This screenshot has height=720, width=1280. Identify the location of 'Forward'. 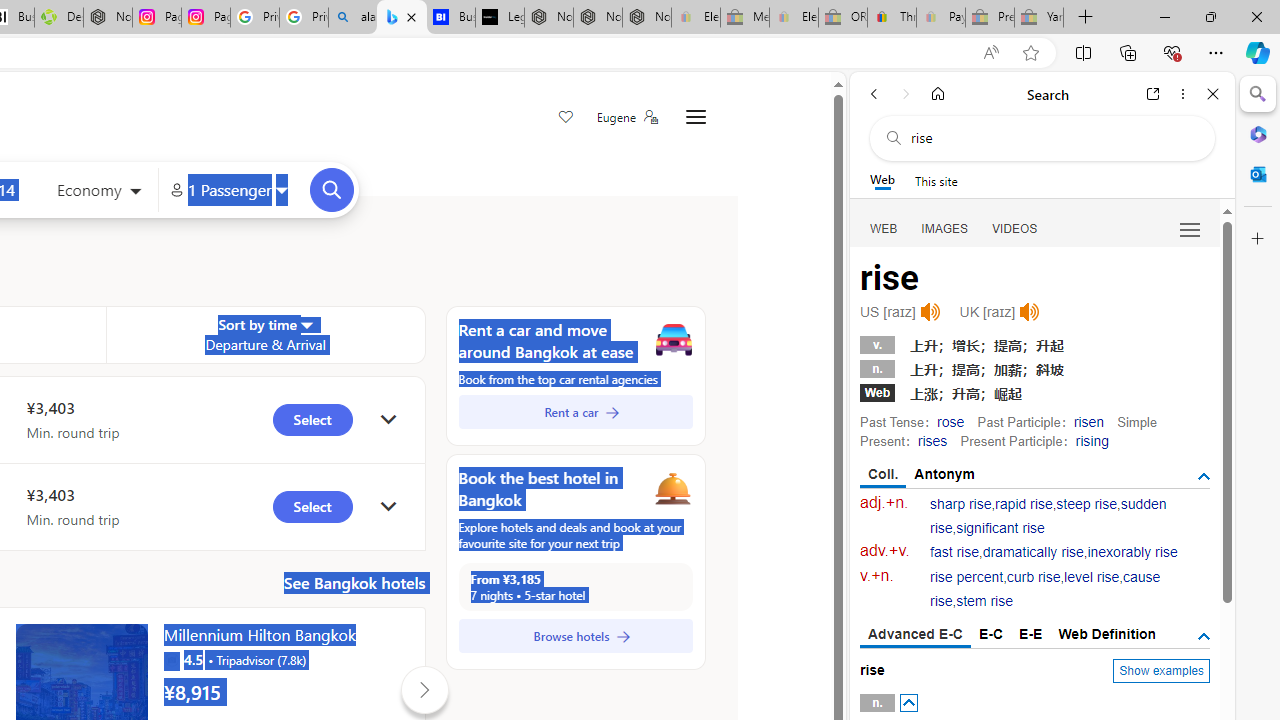
(905, 93).